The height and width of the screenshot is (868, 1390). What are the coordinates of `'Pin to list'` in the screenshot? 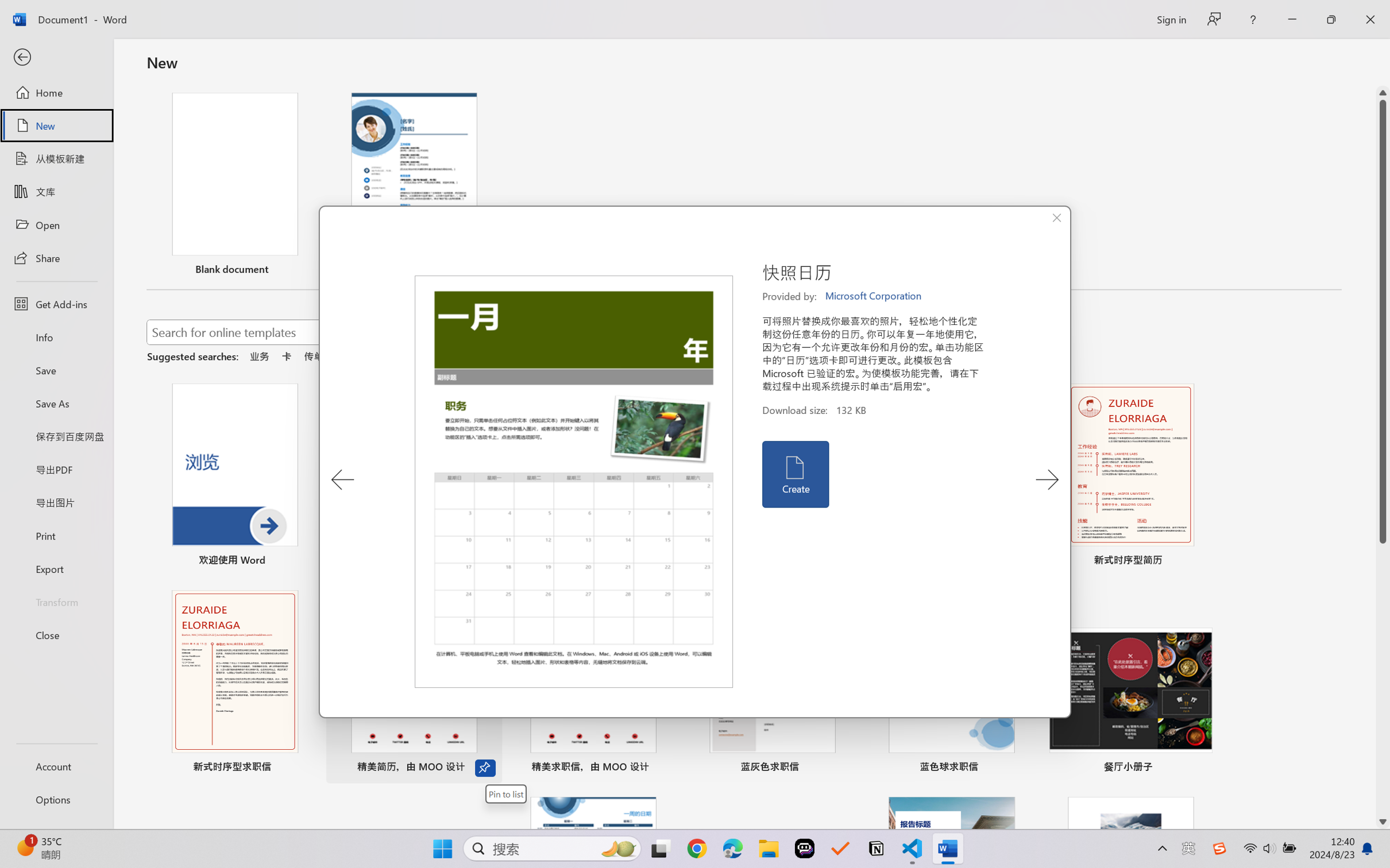 It's located at (505, 794).